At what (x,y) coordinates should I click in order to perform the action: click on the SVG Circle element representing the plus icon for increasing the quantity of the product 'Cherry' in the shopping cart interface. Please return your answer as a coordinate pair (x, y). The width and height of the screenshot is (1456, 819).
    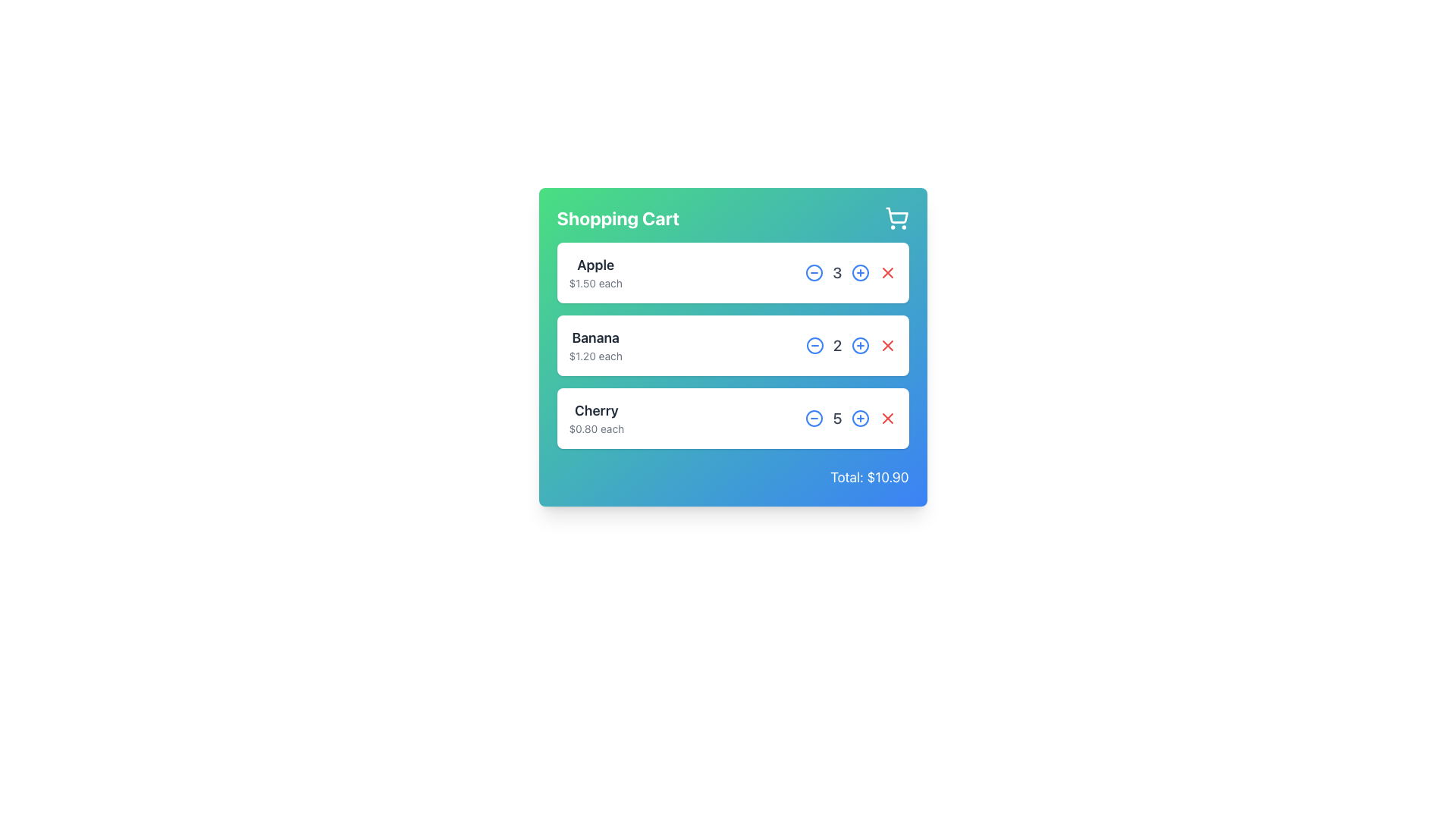
    Looking at the image, I should click on (860, 418).